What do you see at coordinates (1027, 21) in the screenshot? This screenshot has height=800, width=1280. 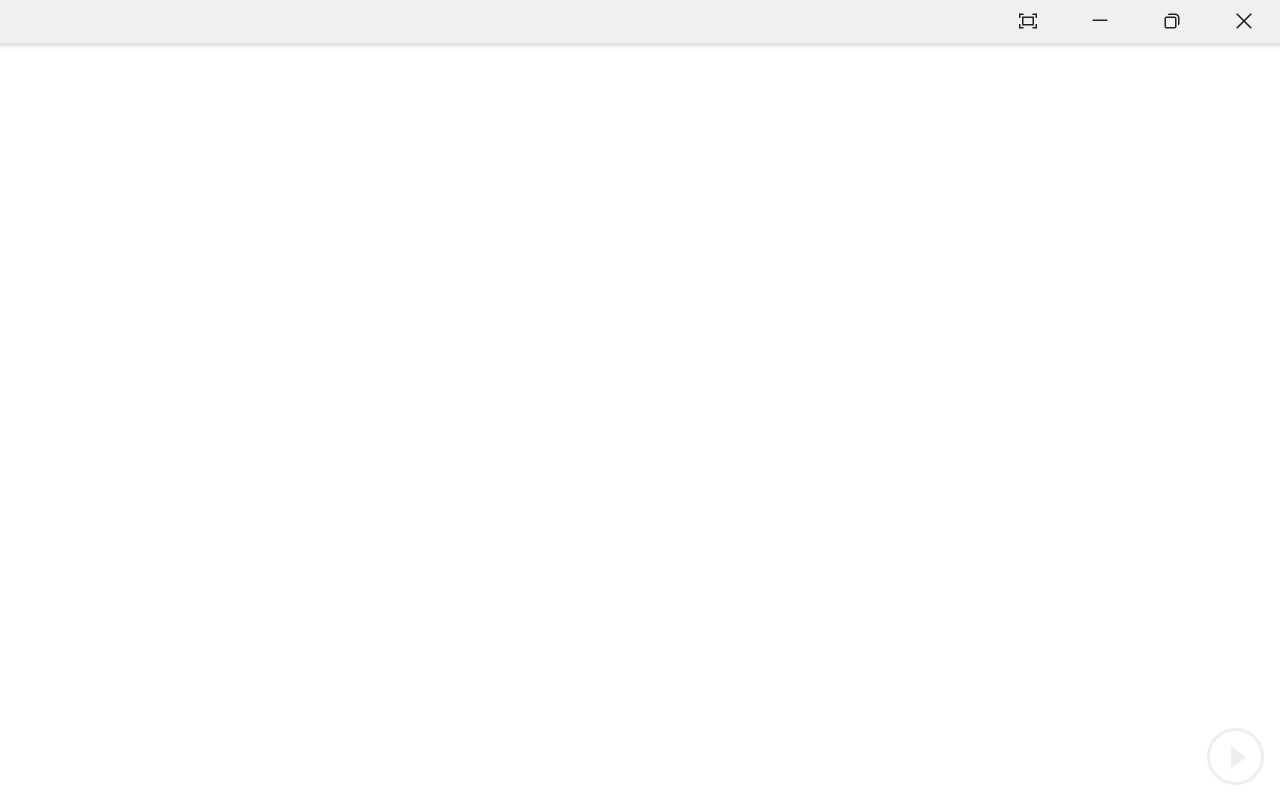 I see `'Auto-hide Reading Toolbar'` at bounding box center [1027, 21].